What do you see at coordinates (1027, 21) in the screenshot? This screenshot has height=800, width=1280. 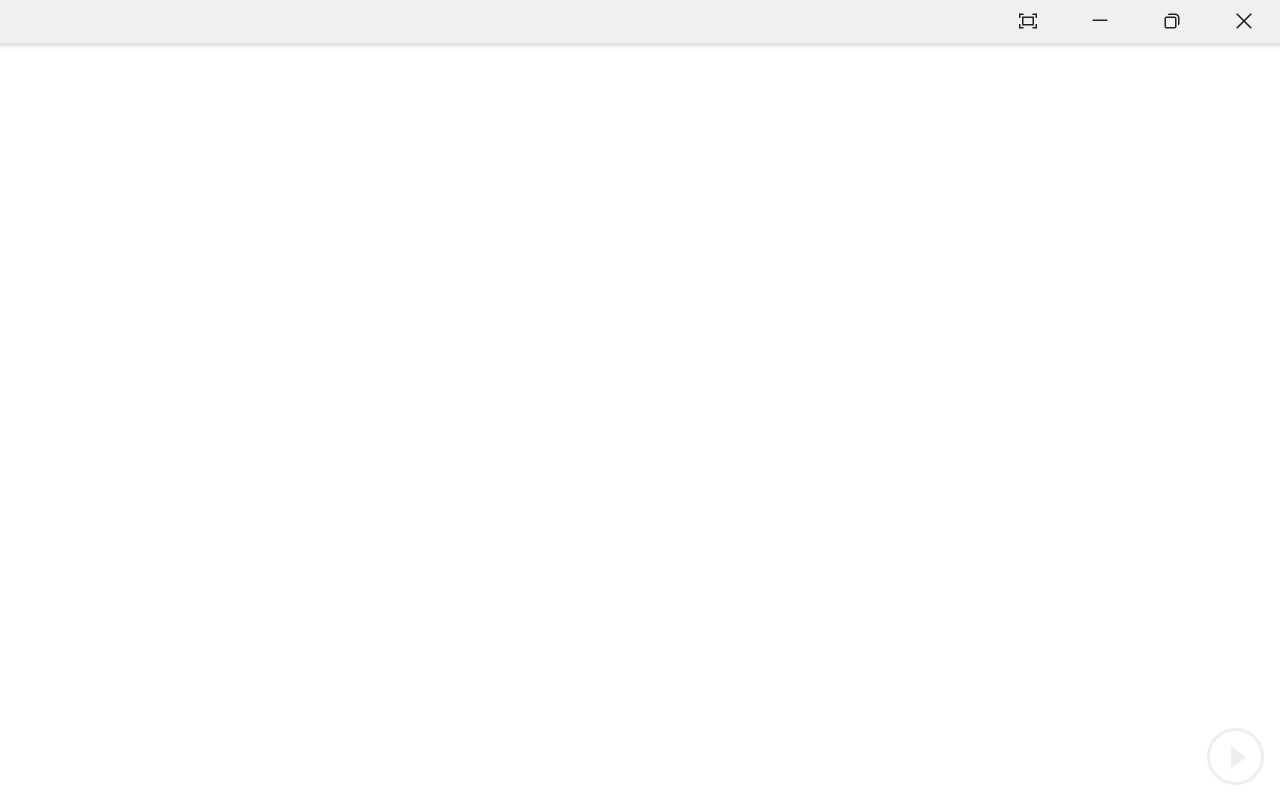 I see `'Auto-hide Reading Toolbar'` at bounding box center [1027, 21].